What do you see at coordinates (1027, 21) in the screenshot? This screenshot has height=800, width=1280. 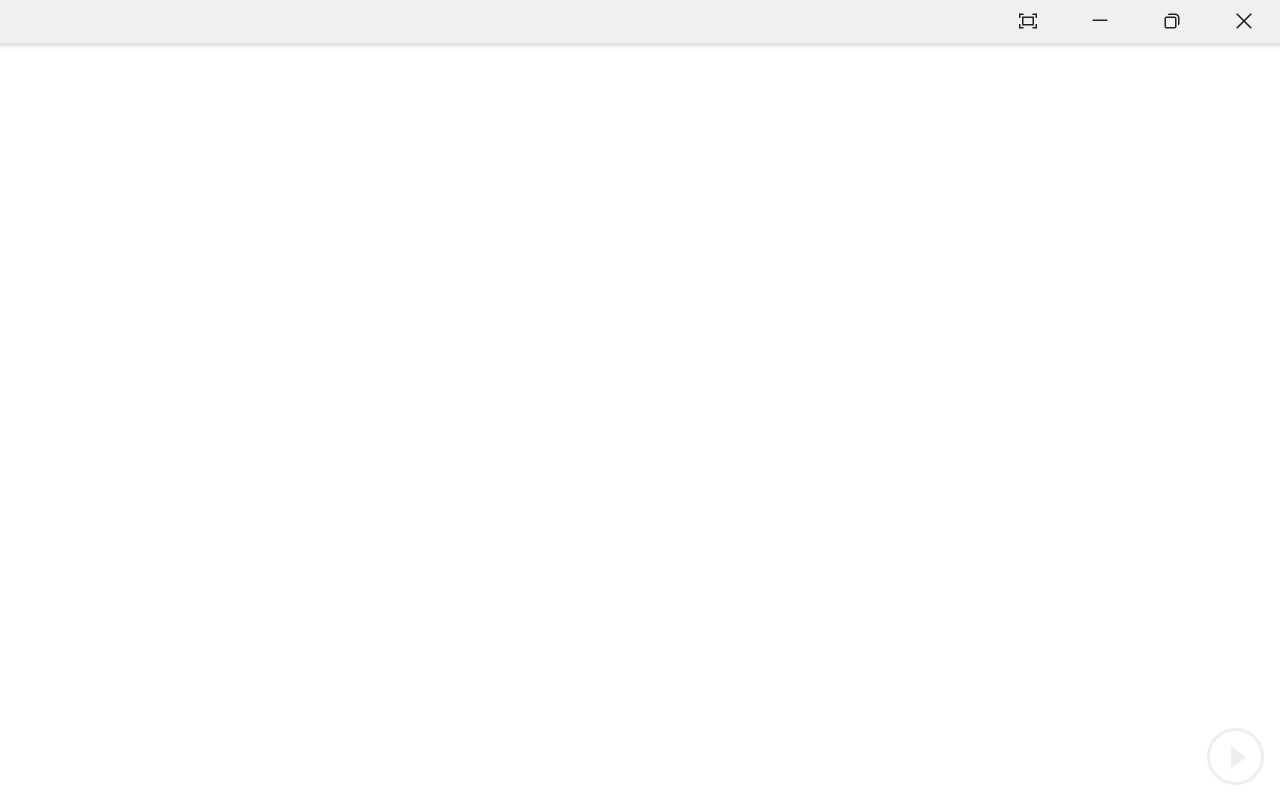 I see `'Auto-hide Reading Toolbar'` at bounding box center [1027, 21].